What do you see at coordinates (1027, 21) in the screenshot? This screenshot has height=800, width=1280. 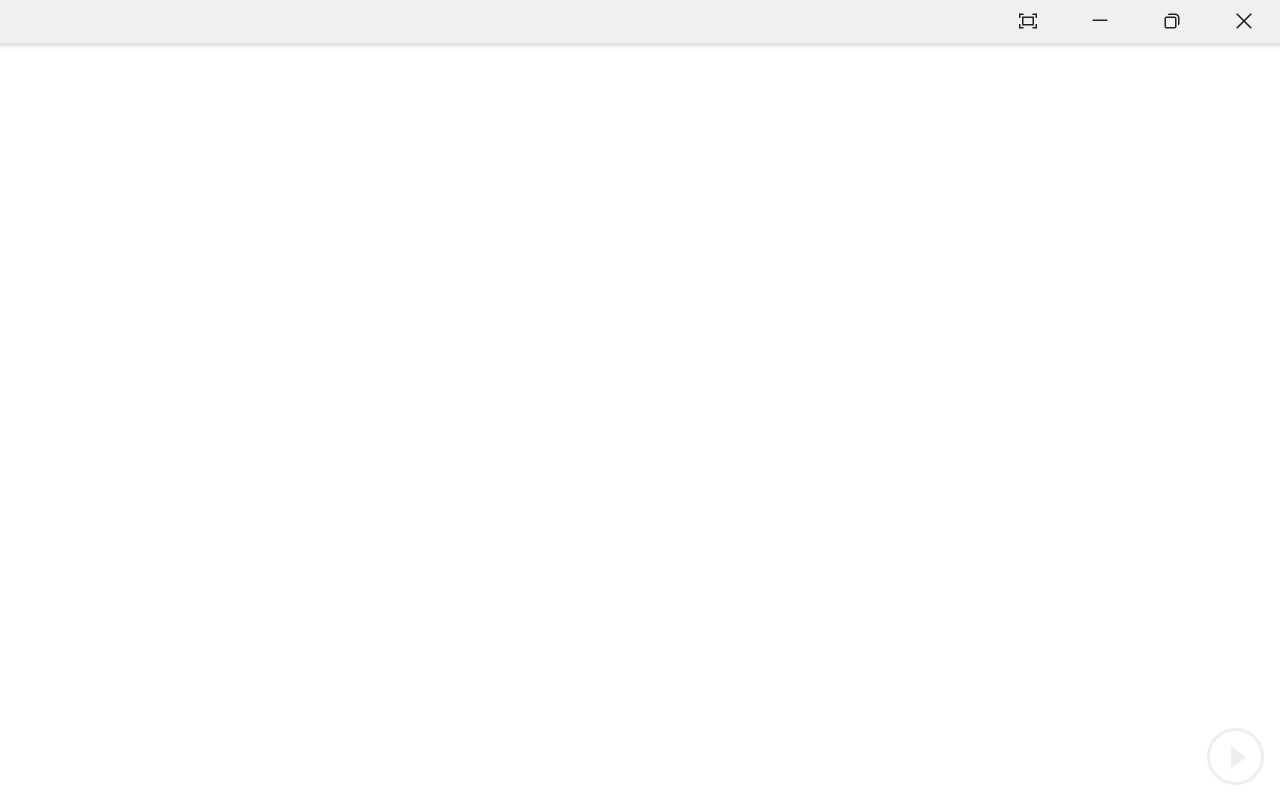 I see `'Auto-hide Reading Toolbar'` at bounding box center [1027, 21].